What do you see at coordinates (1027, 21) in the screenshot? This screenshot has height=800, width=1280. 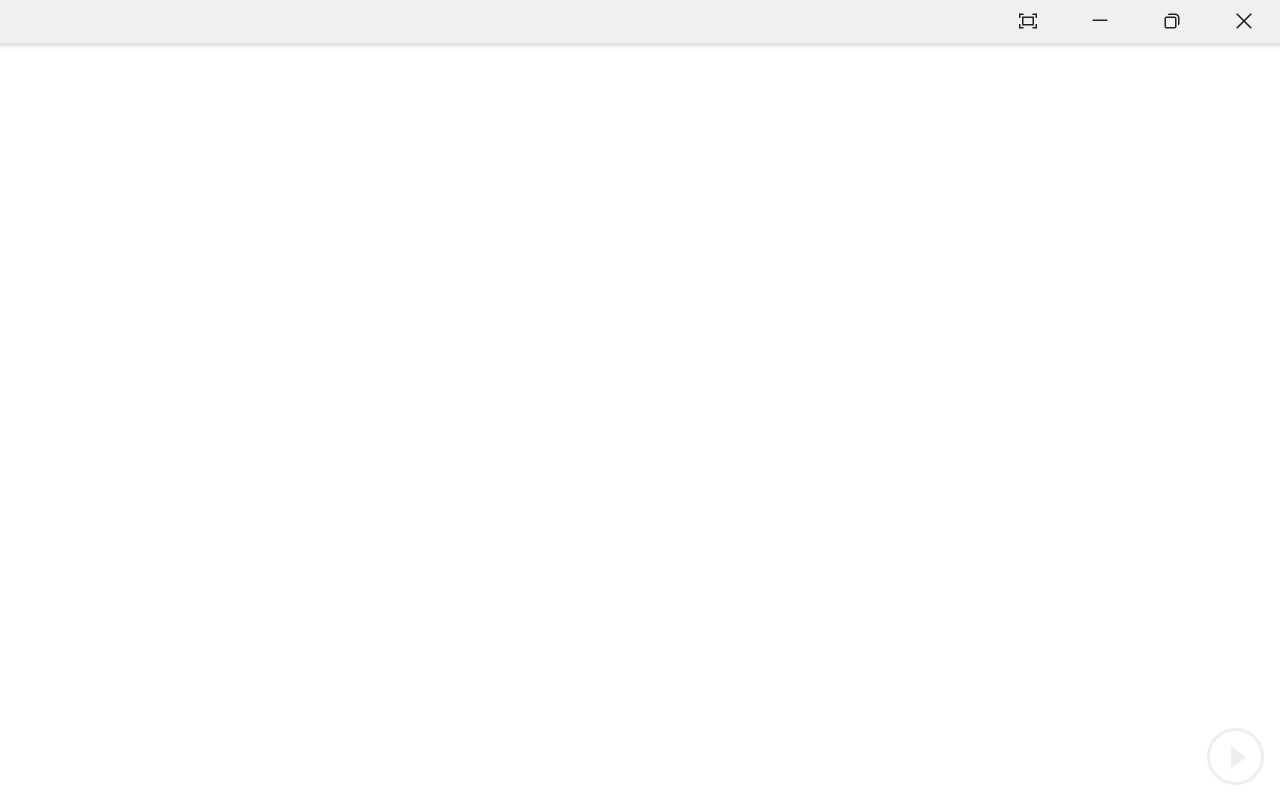 I see `'Auto-hide Reading Toolbar'` at bounding box center [1027, 21].